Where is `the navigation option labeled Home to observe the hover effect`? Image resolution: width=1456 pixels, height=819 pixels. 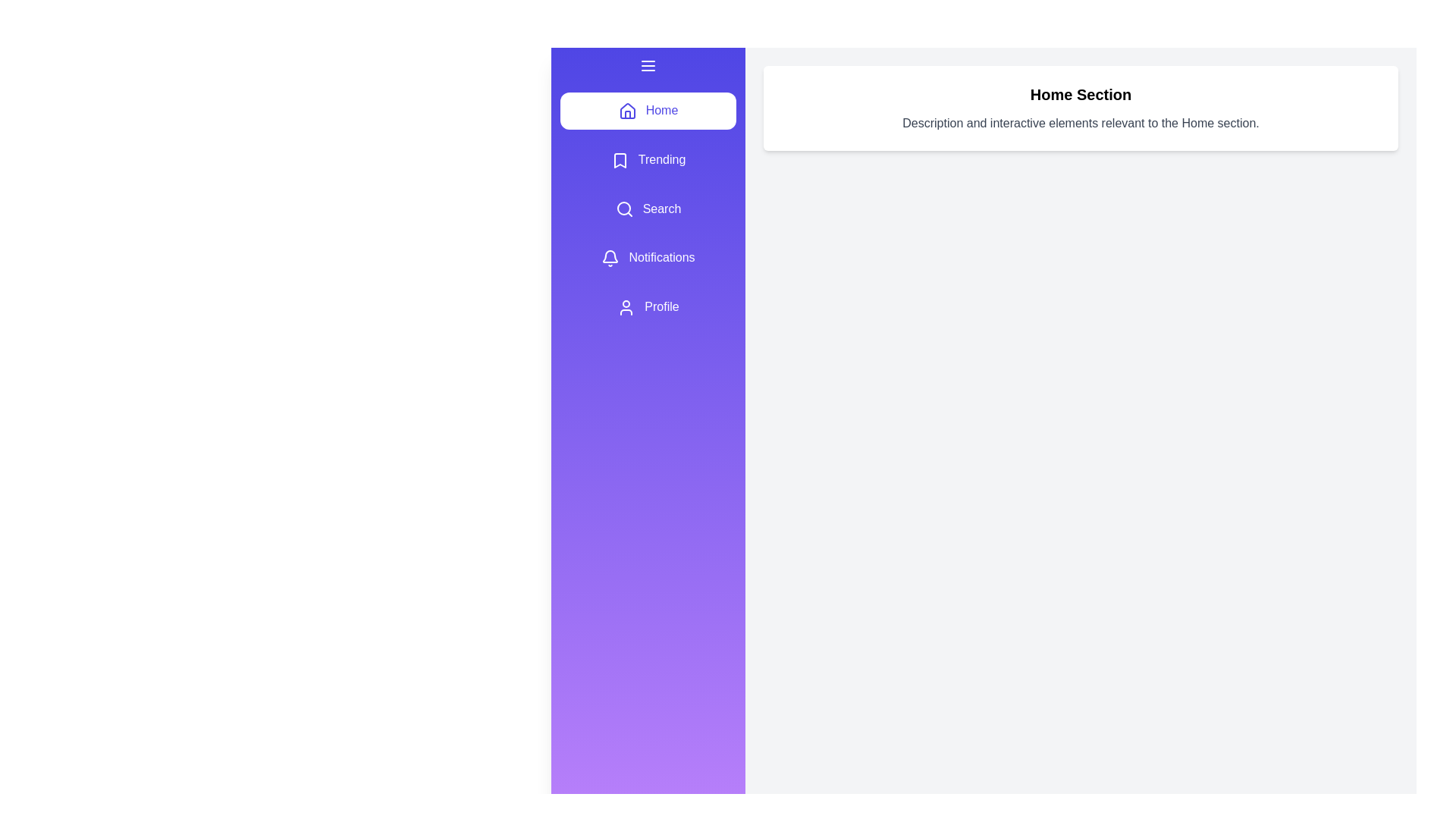
the navigation option labeled Home to observe the hover effect is located at coordinates (648, 110).